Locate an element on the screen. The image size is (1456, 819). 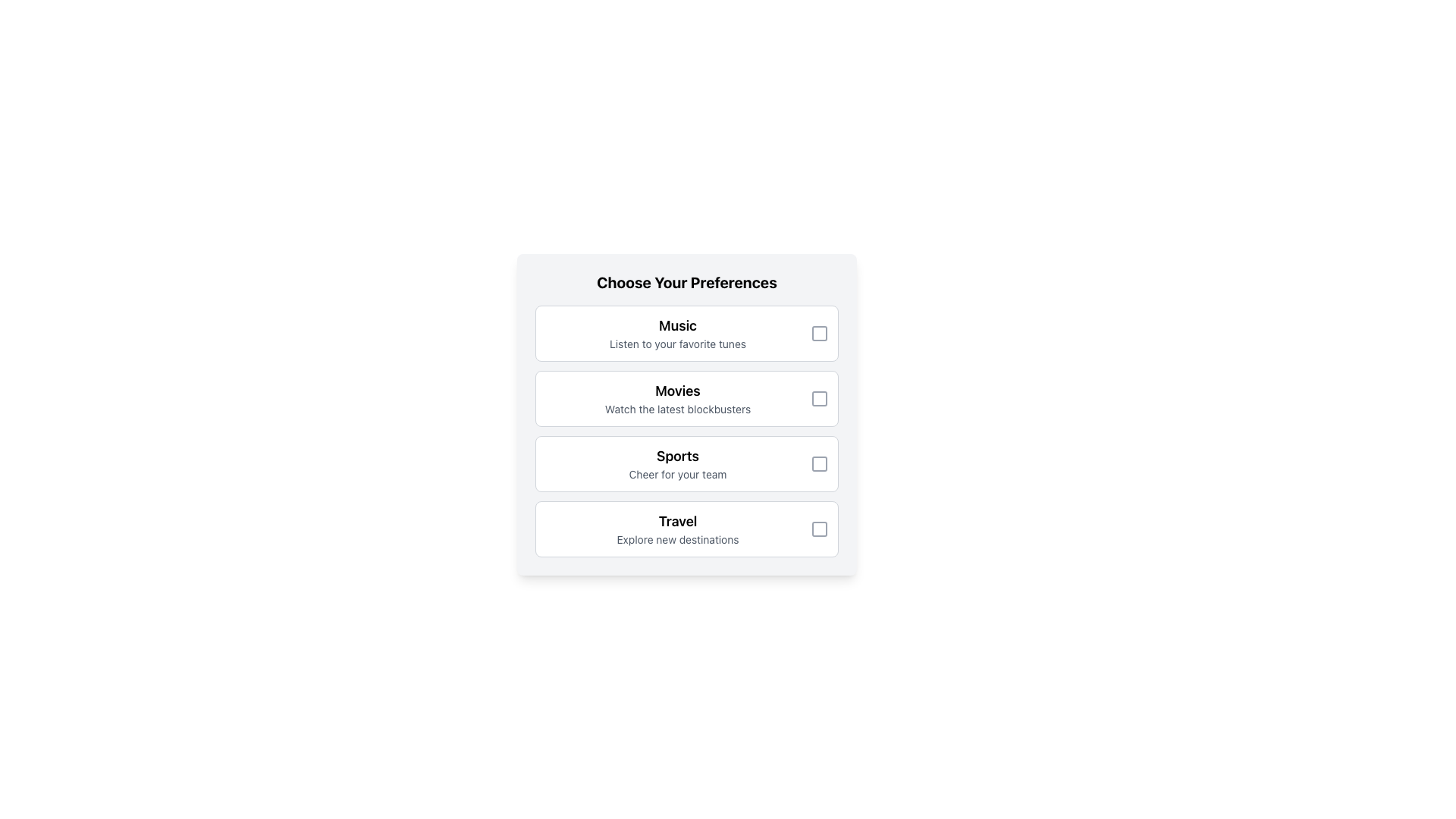
text of the 'Sports' category label, which is the third option in the preferences selection module under 'Choose Your Preferences' is located at coordinates (676, 463).